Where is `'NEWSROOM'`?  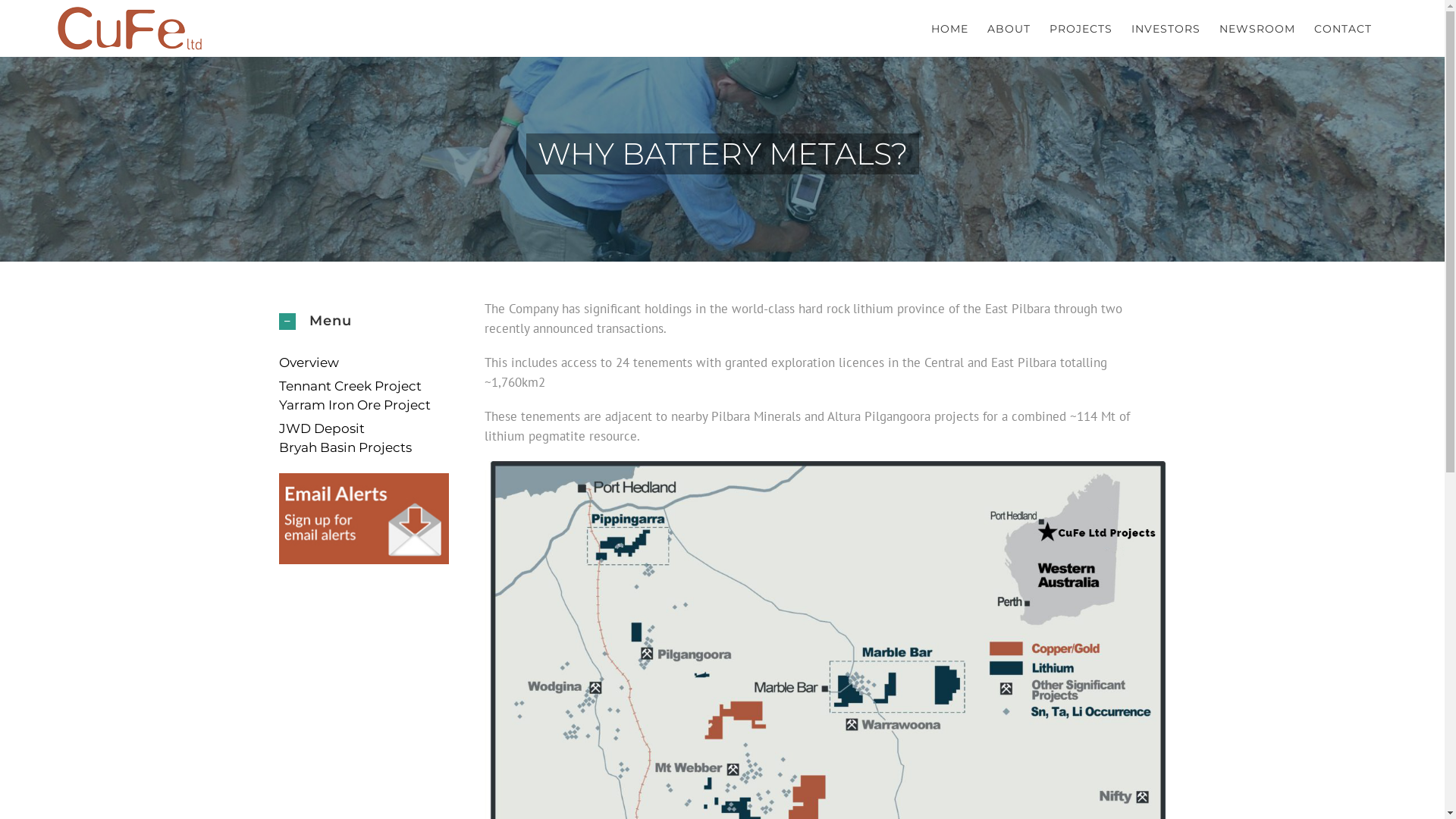 'NEWSROOM' is located at coordinates (1219, 28).